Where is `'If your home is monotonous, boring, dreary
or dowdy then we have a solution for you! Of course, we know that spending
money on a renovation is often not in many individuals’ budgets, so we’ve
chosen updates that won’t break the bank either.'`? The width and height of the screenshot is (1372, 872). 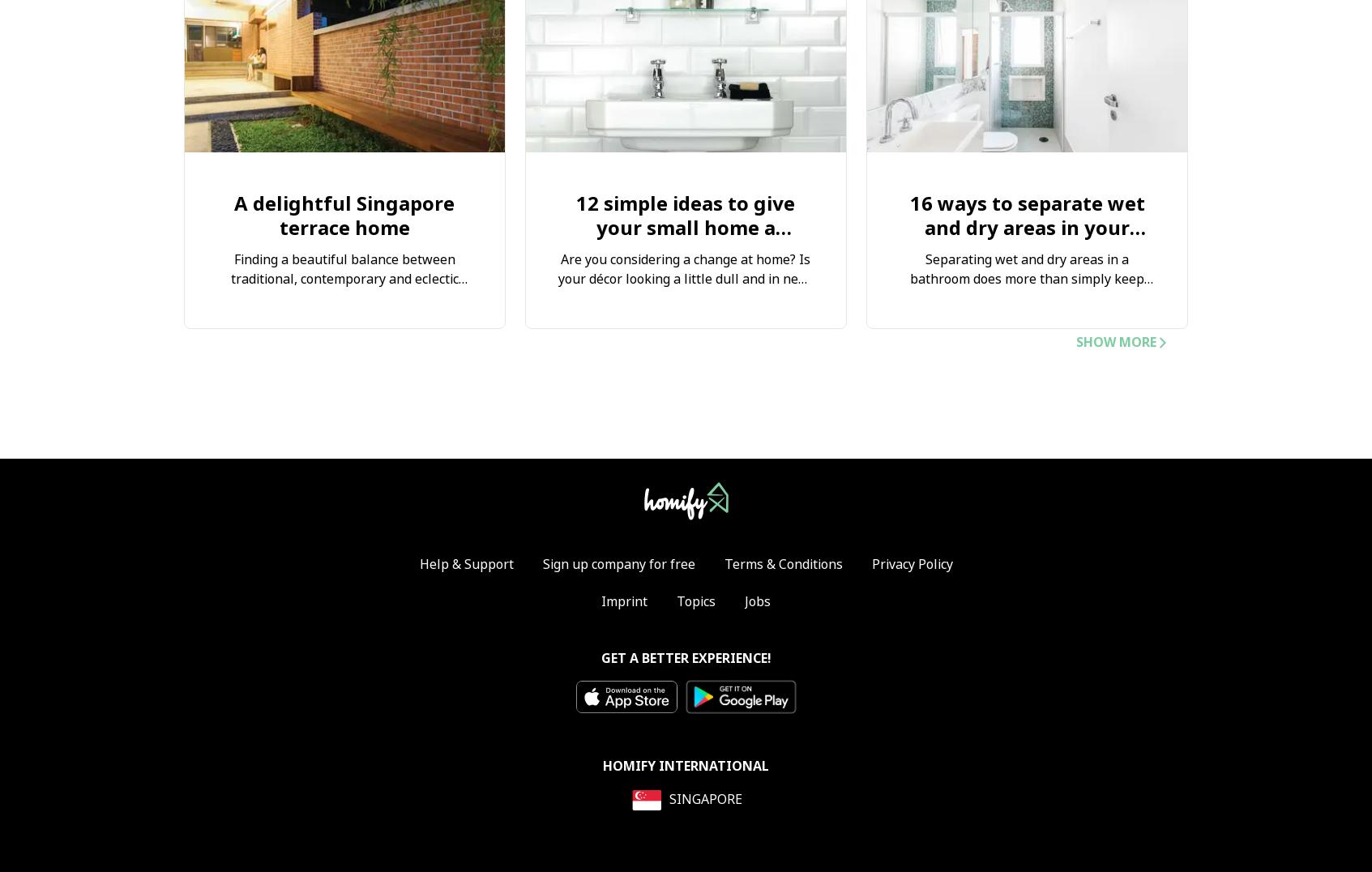
'If your home is monotonous, boring, dreary
or dowdy then we have a solution for you! Of course, we know that spending
money on a renovation is often not in many individuals’ budgets, so we’ve
chosen updates that won’t break the bank either.' is located at coordinates (684, 356).